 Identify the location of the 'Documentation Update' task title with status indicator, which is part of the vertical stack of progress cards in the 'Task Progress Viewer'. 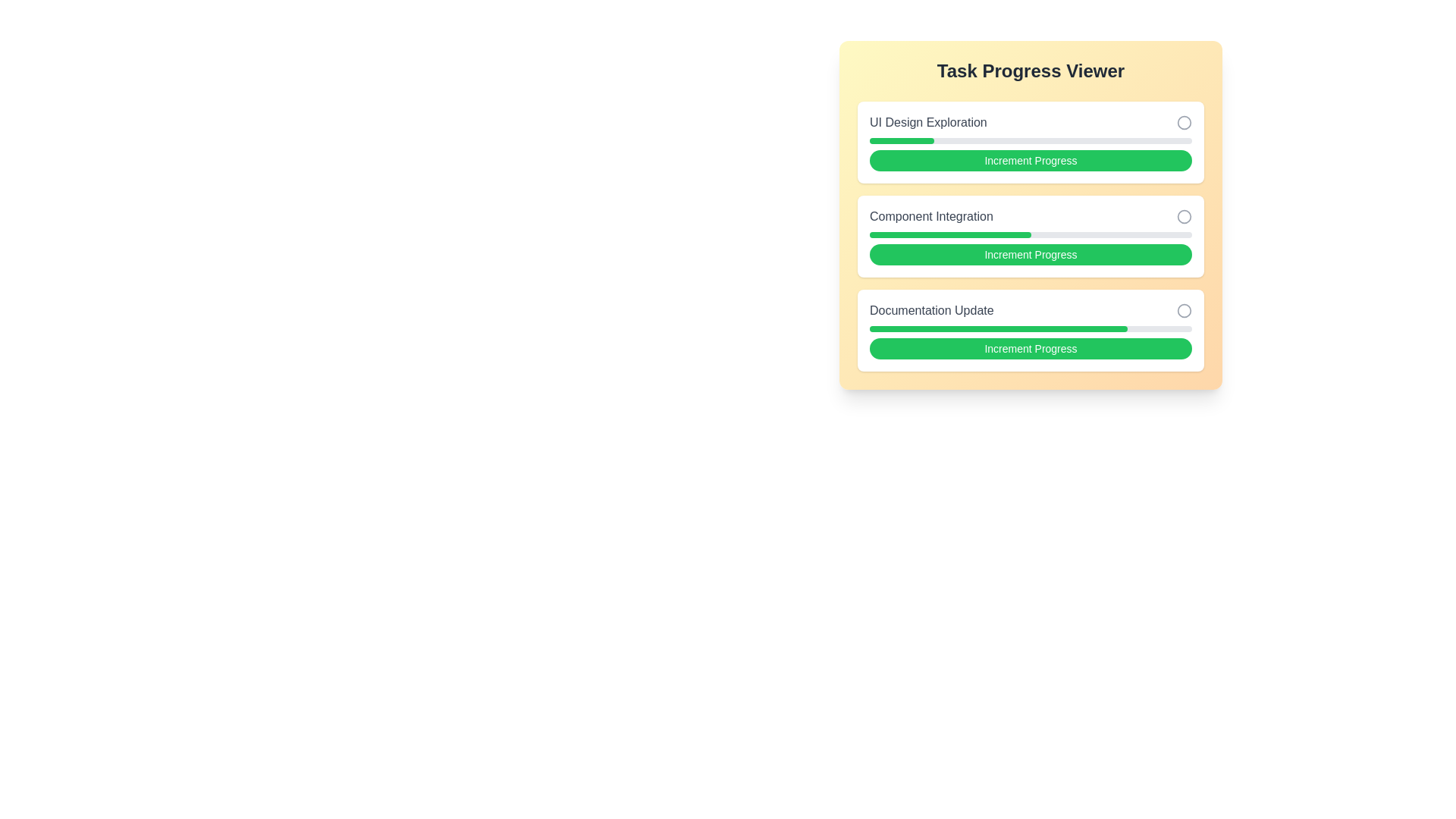
(1031, 309).